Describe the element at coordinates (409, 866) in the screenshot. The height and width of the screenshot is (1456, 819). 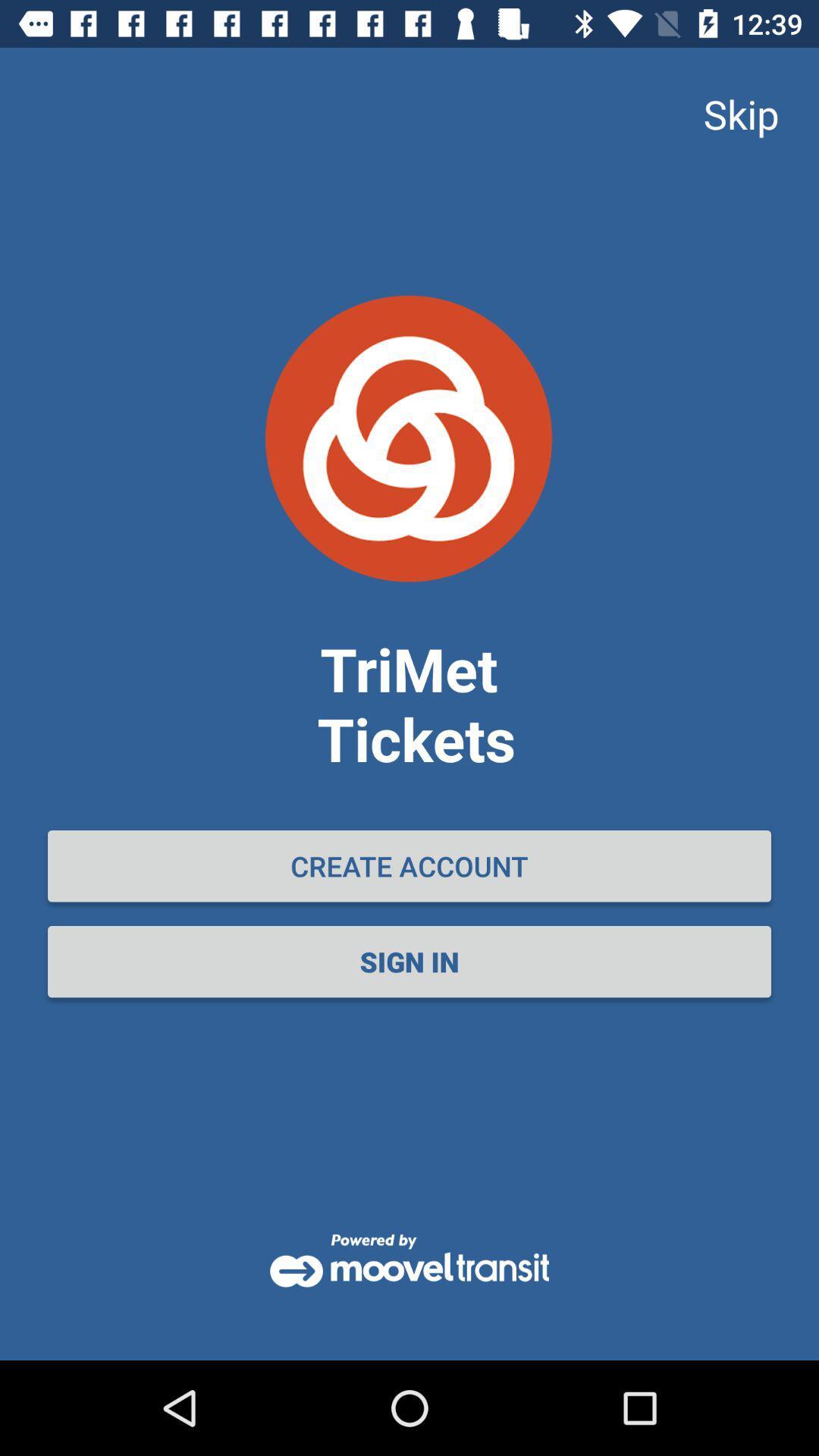
I see `the icon below the trimet` at that location.